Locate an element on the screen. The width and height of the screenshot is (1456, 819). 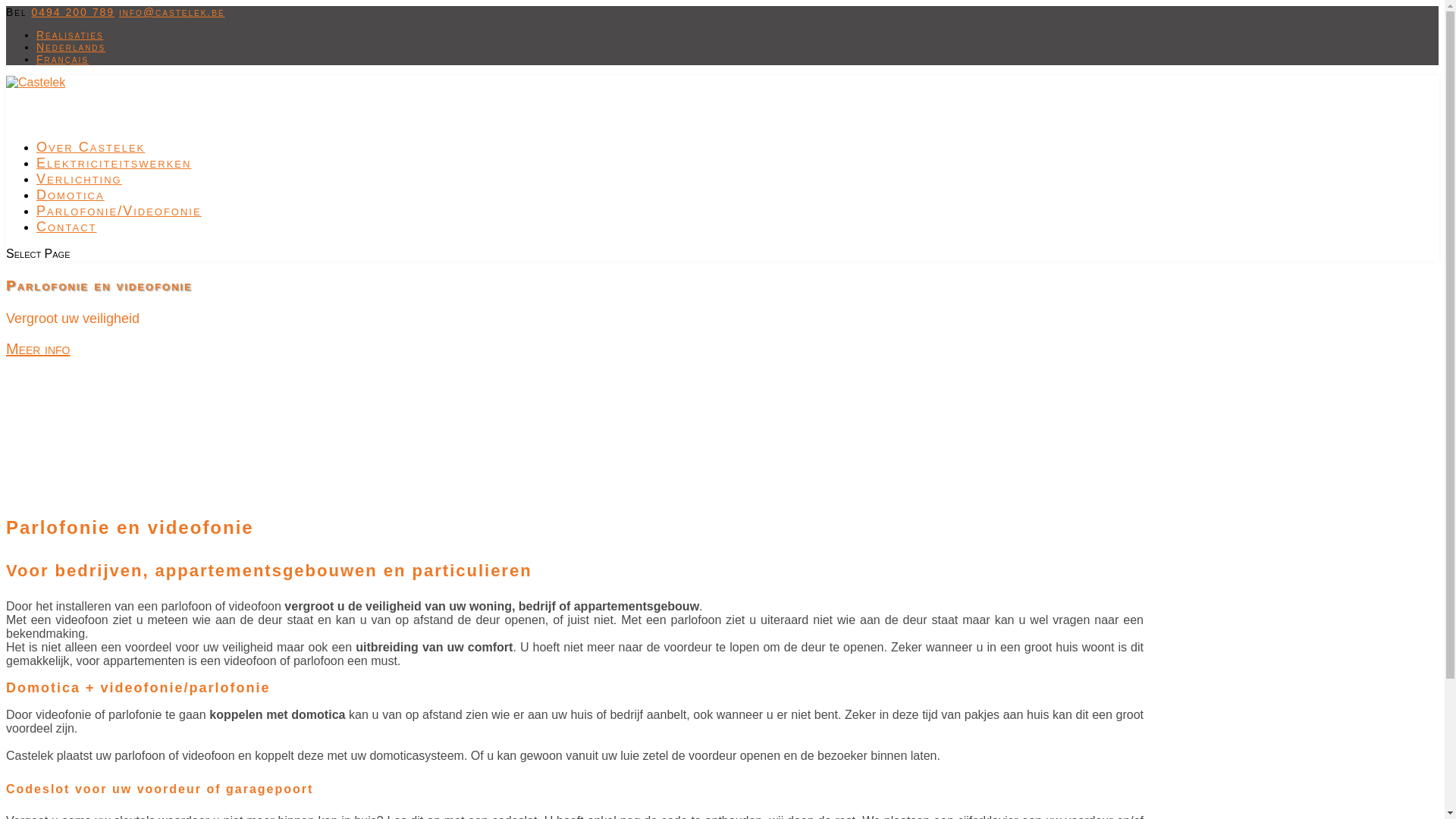
'Verlichting' is located at coordinates (78, 197).